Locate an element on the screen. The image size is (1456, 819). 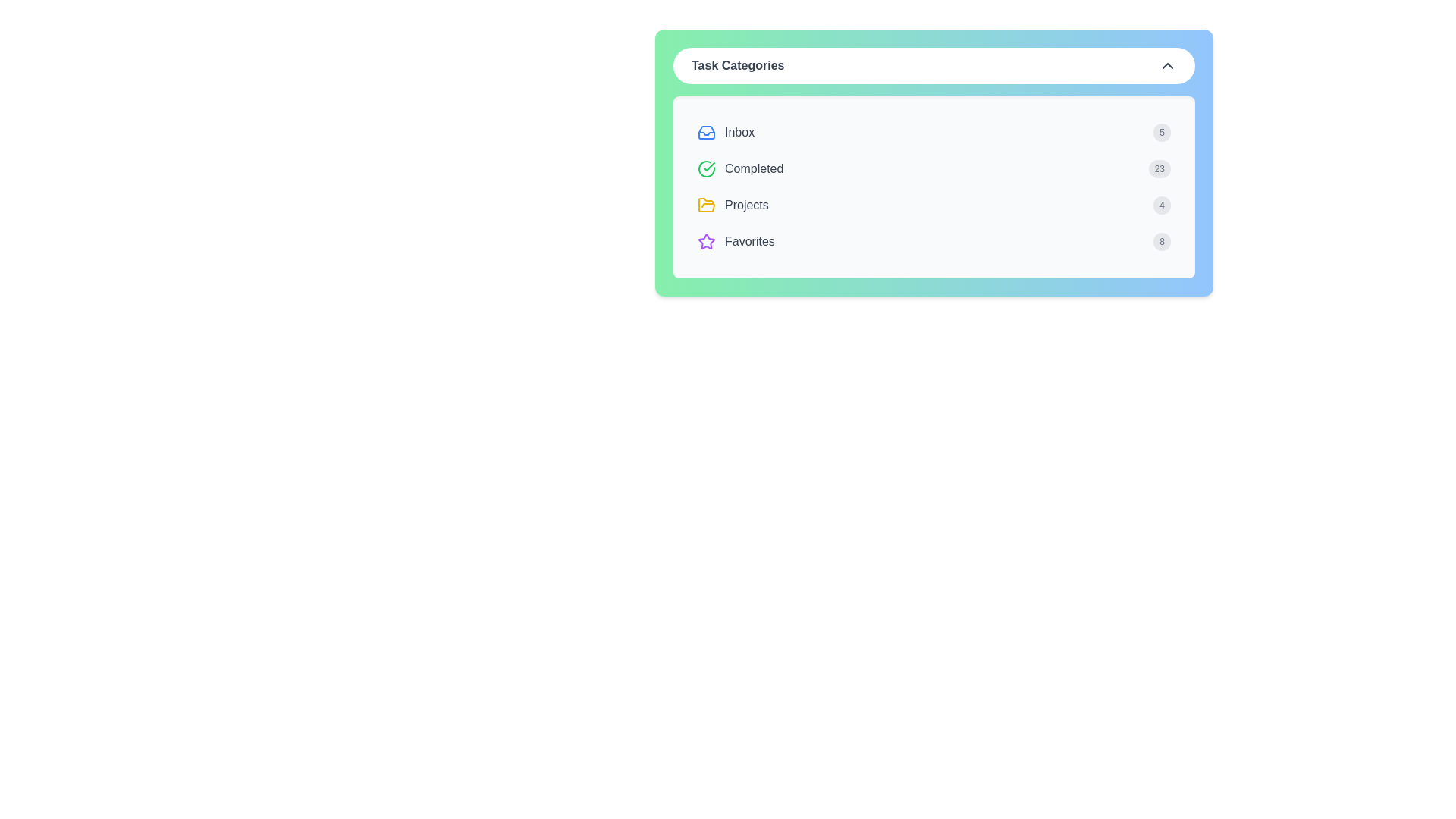
the navigational entry for the 'Projects' category, which is the third item in the vertical list under 'Task Categories' is located at coordinates (934, 205).